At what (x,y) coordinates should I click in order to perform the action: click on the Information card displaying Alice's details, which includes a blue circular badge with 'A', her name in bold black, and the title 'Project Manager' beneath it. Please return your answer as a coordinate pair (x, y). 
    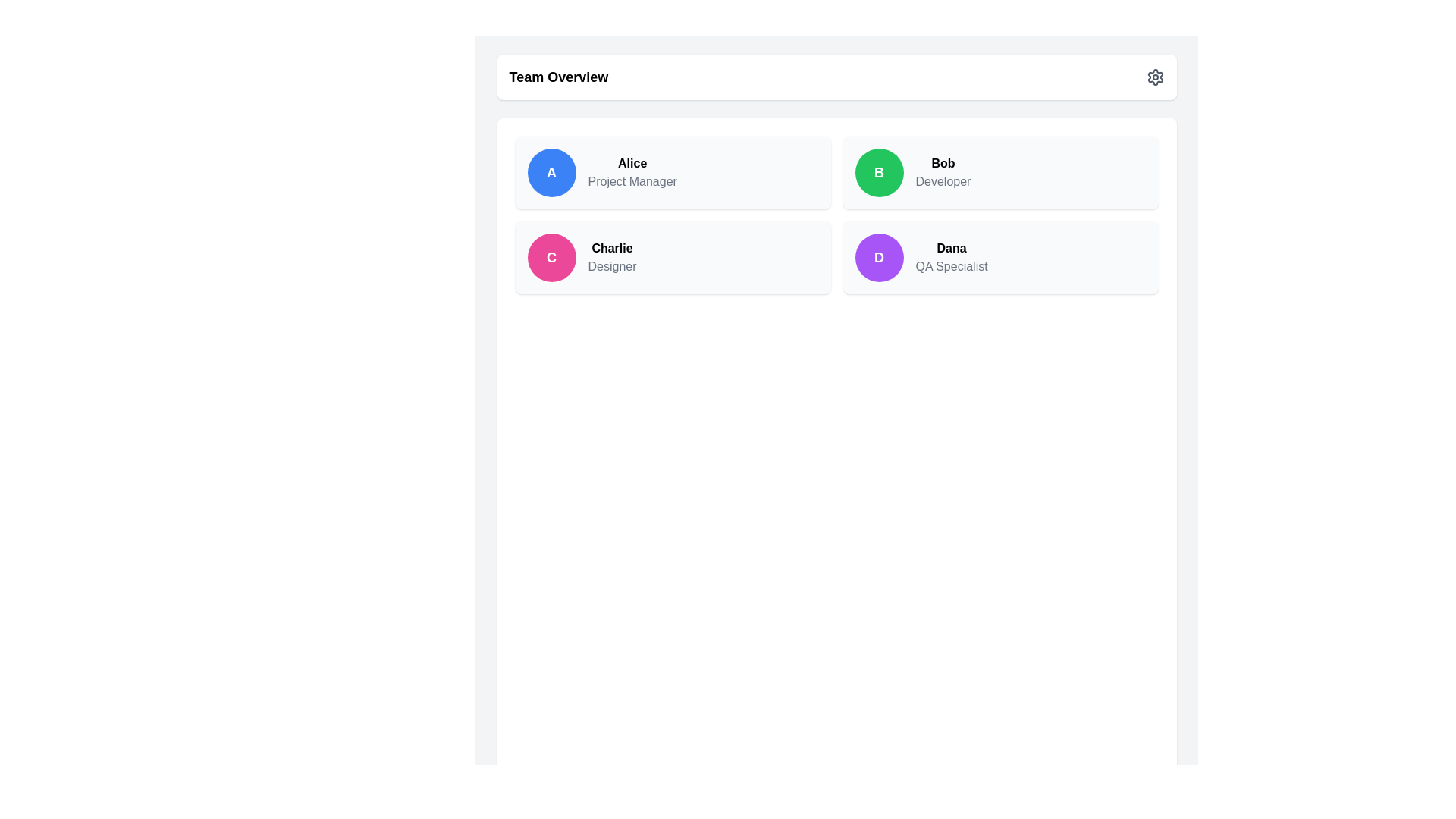
    Looking at the image, I should click on (672, 171).